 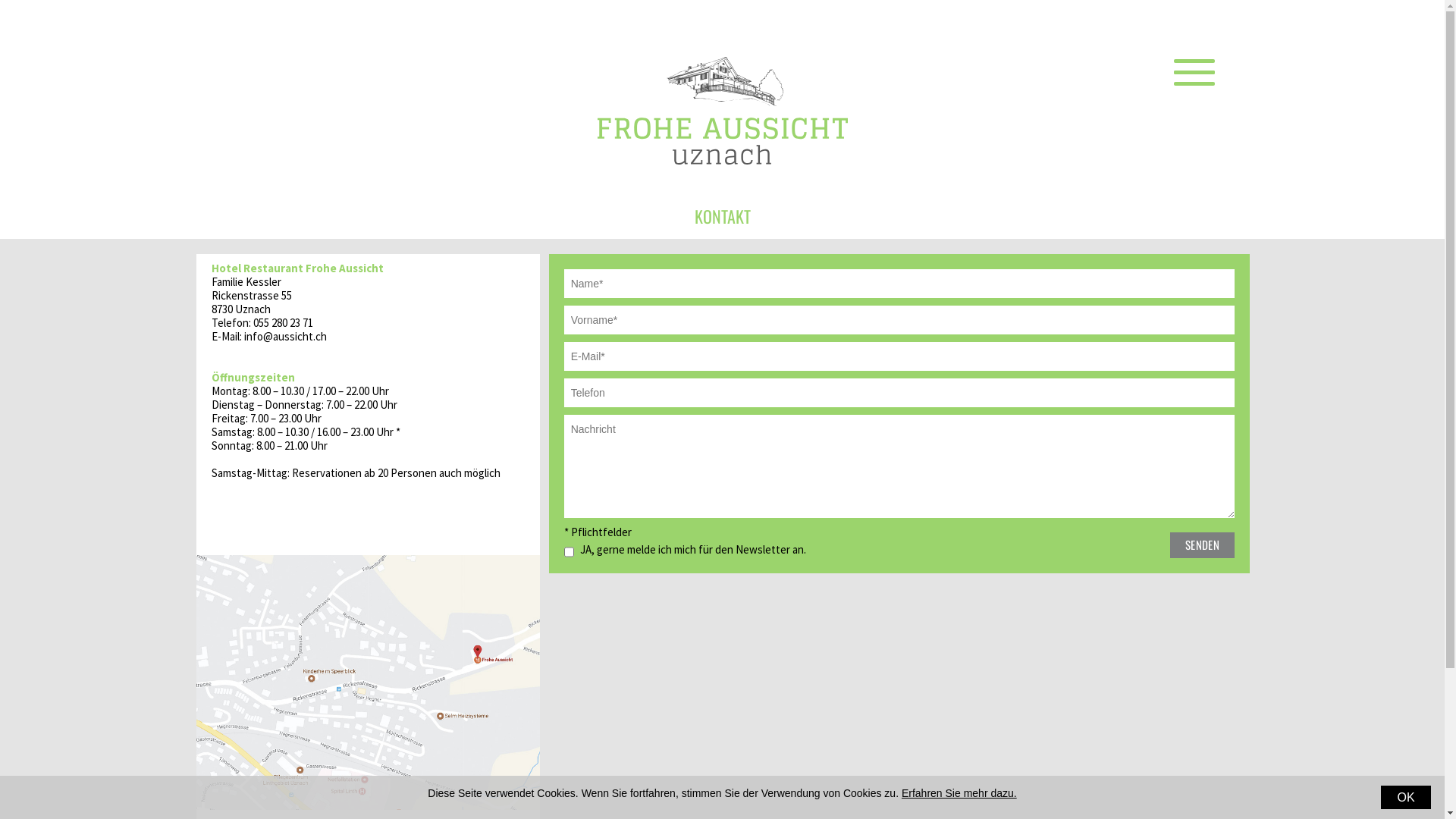 What do you see at coordinates (720, 216) in the screenshot?
I see `'KONTAKT'` at bounding box center [720, 216].